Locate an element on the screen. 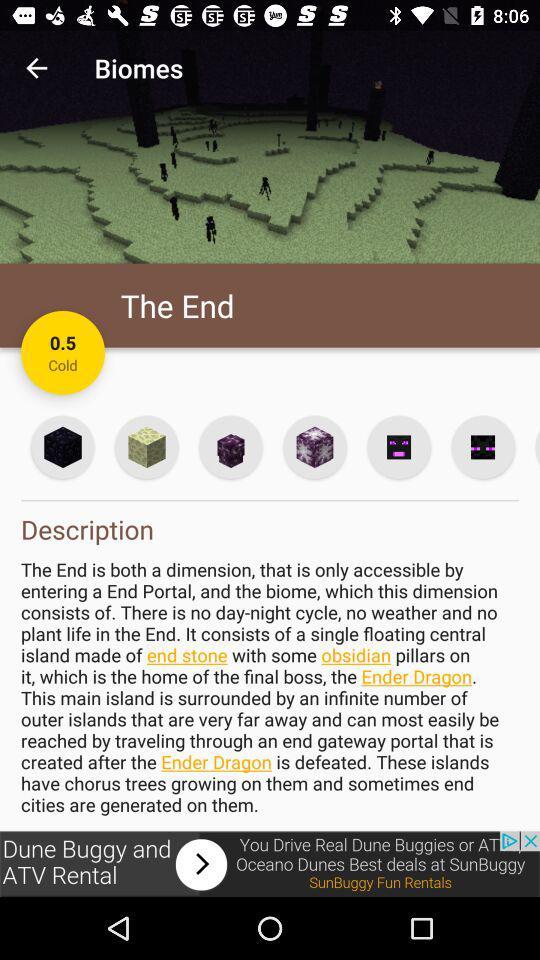 This screenshot has width=540, height=960. selection button is located at coordinates (63, 447).